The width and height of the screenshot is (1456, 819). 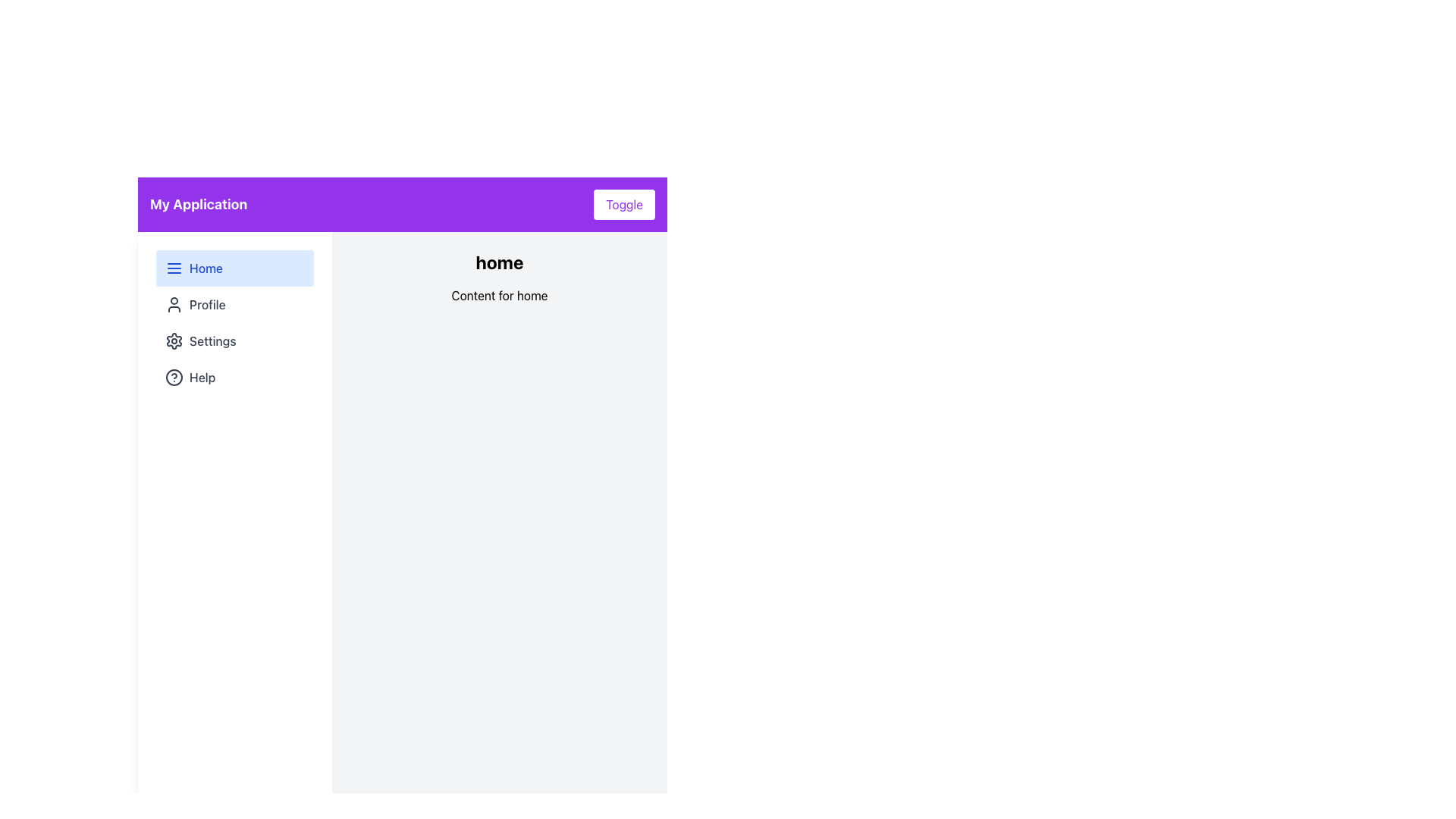 What do you see at coordinates (174, 304) in the screenshot?
I see `the 'Profile' menu item represented by the SVG graphic located in the left navigation panel, positioned below 'Home' and above 'Settings'` at bounding box center [174, 304].